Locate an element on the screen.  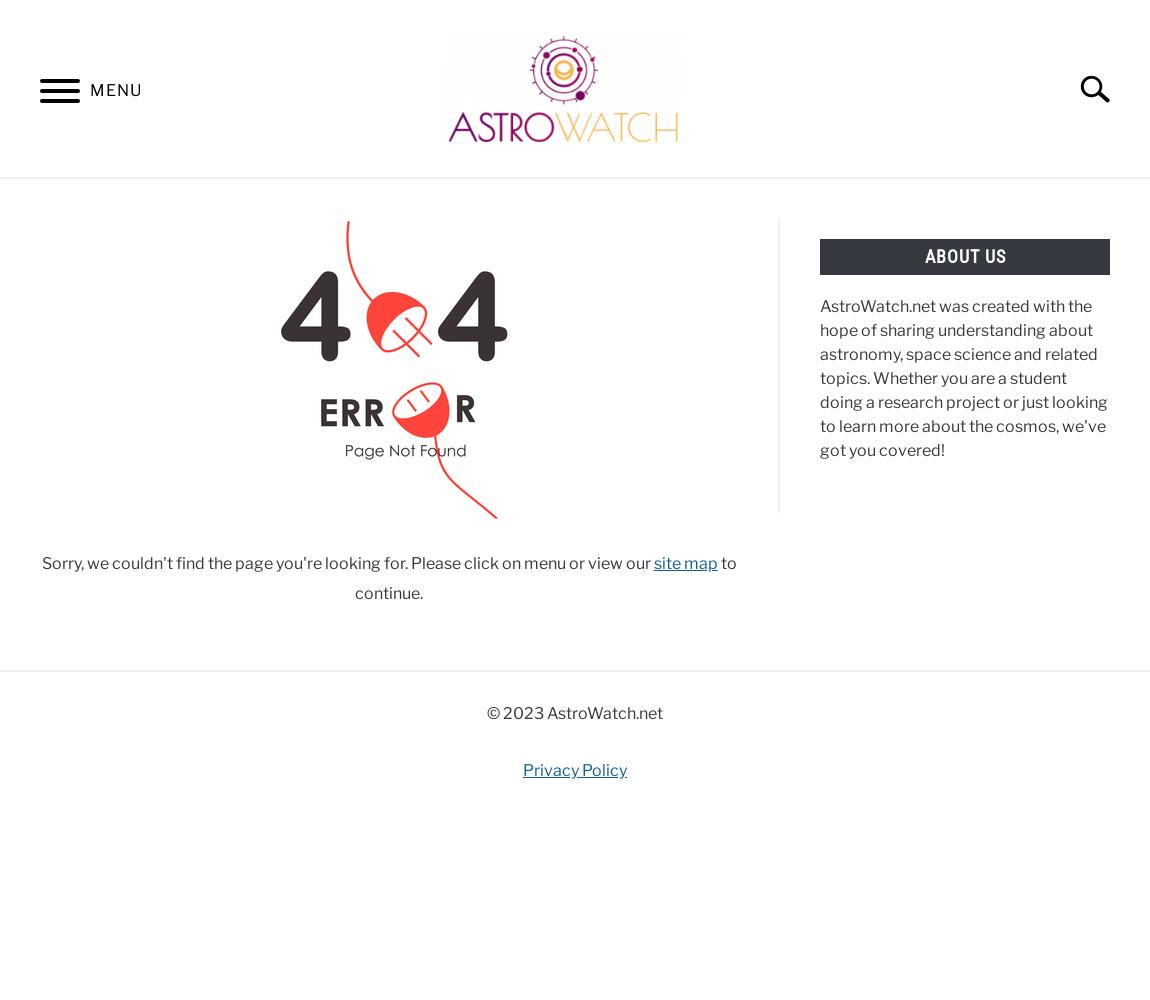
'MENU' is located at coordinates (89, 88).